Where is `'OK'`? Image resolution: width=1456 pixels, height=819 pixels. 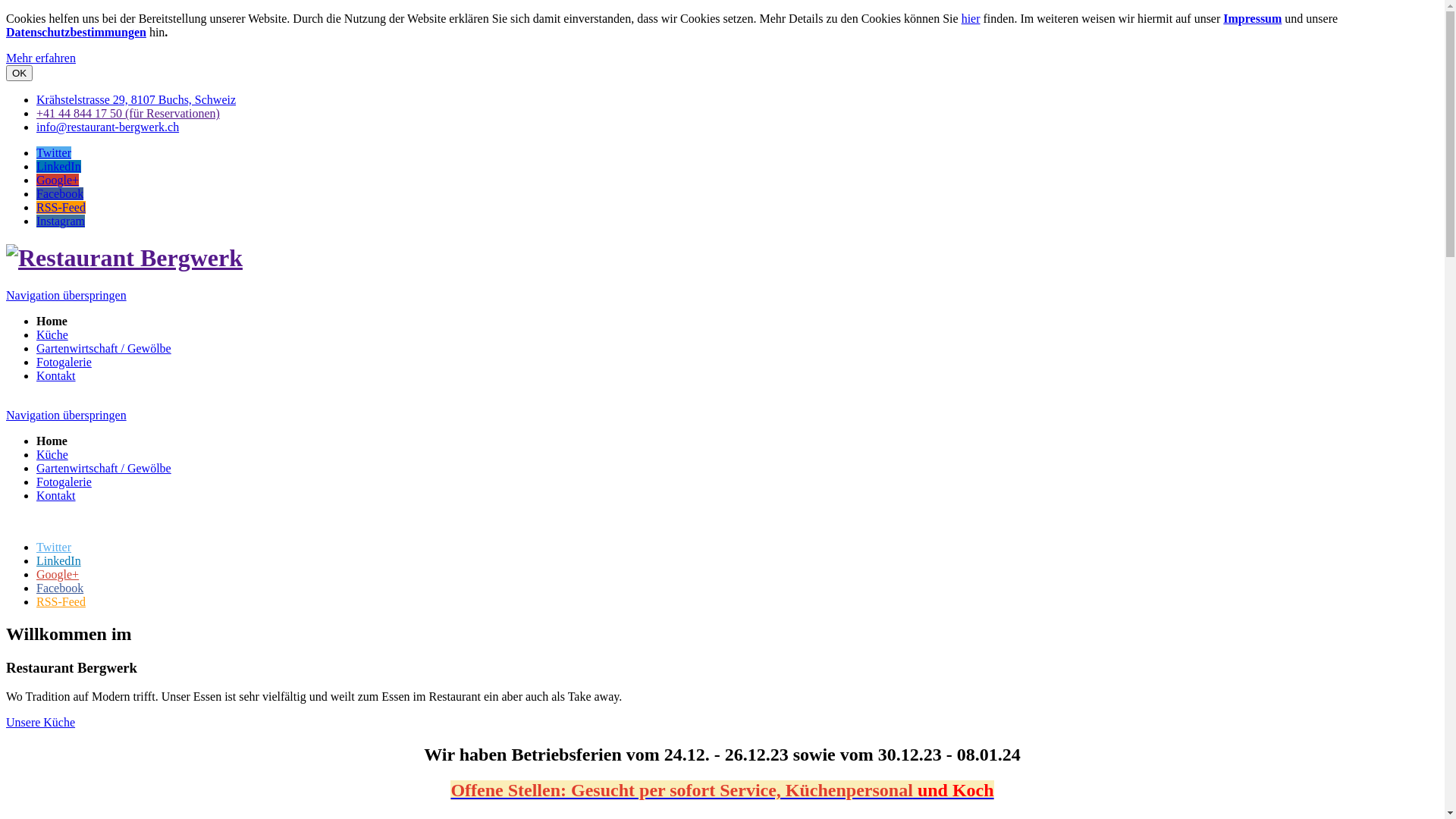 'OK' is located at coordinates (19, 73).